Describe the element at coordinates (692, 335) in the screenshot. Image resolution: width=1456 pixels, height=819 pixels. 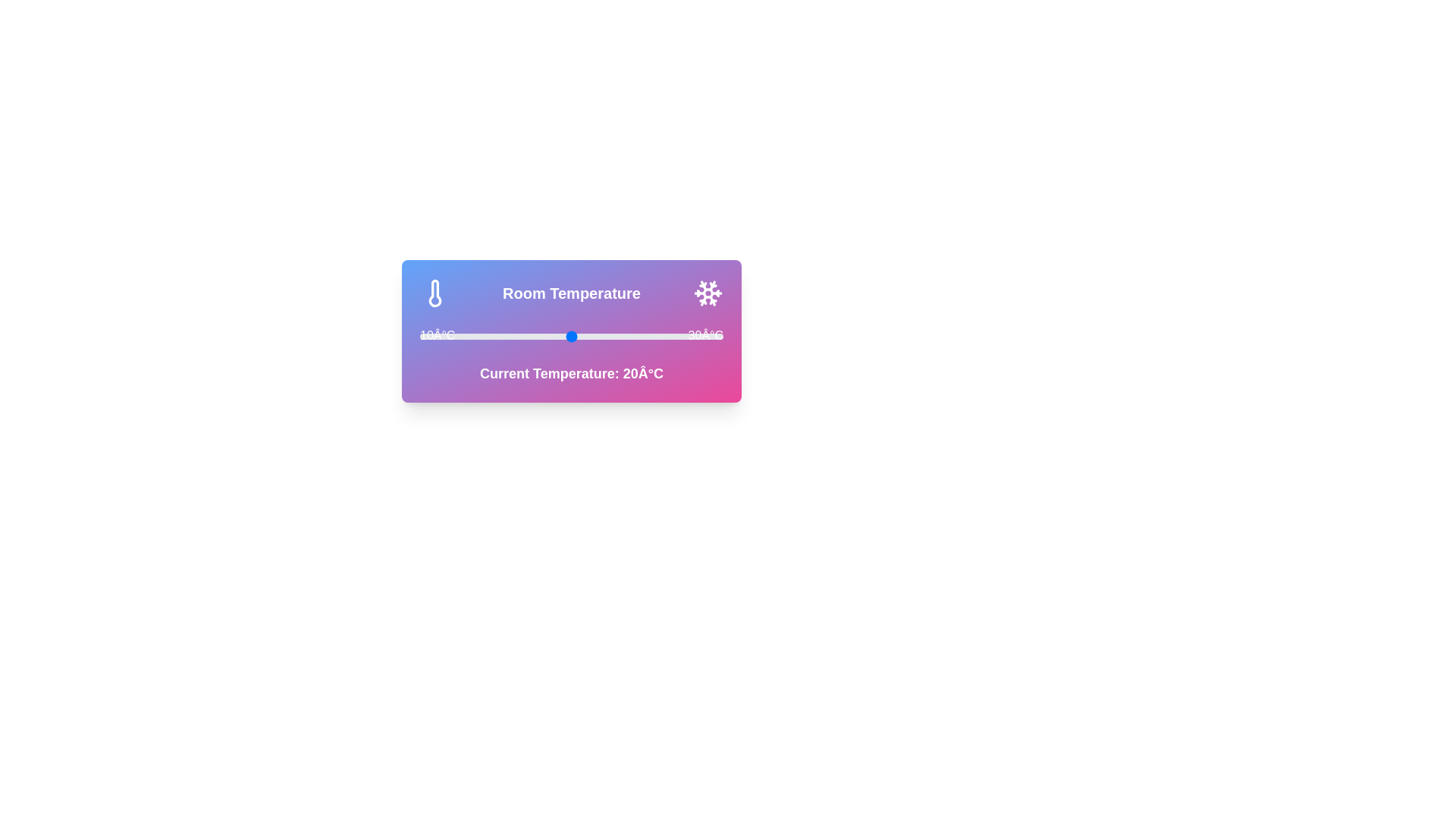
I see `the temperature slider to 28°C` at that location.